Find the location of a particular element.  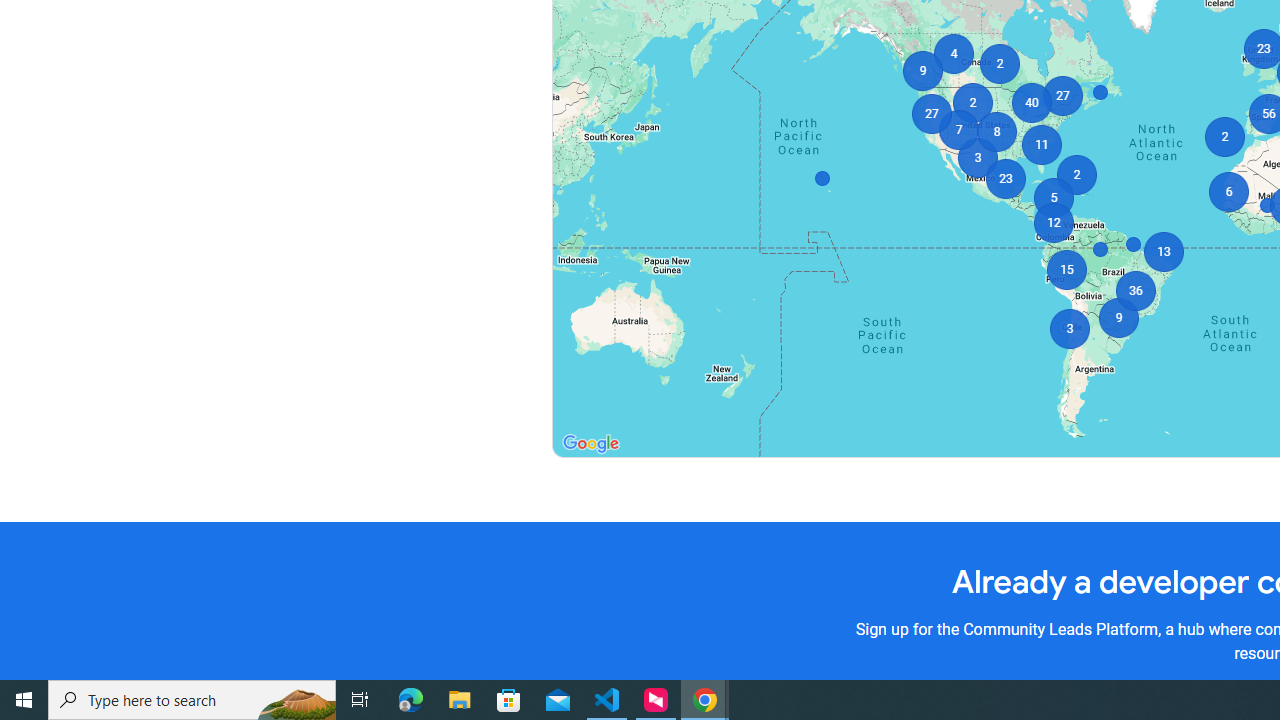

'Open this area in Google Maps (opens a new window)' is located at coordinates (589, 443).